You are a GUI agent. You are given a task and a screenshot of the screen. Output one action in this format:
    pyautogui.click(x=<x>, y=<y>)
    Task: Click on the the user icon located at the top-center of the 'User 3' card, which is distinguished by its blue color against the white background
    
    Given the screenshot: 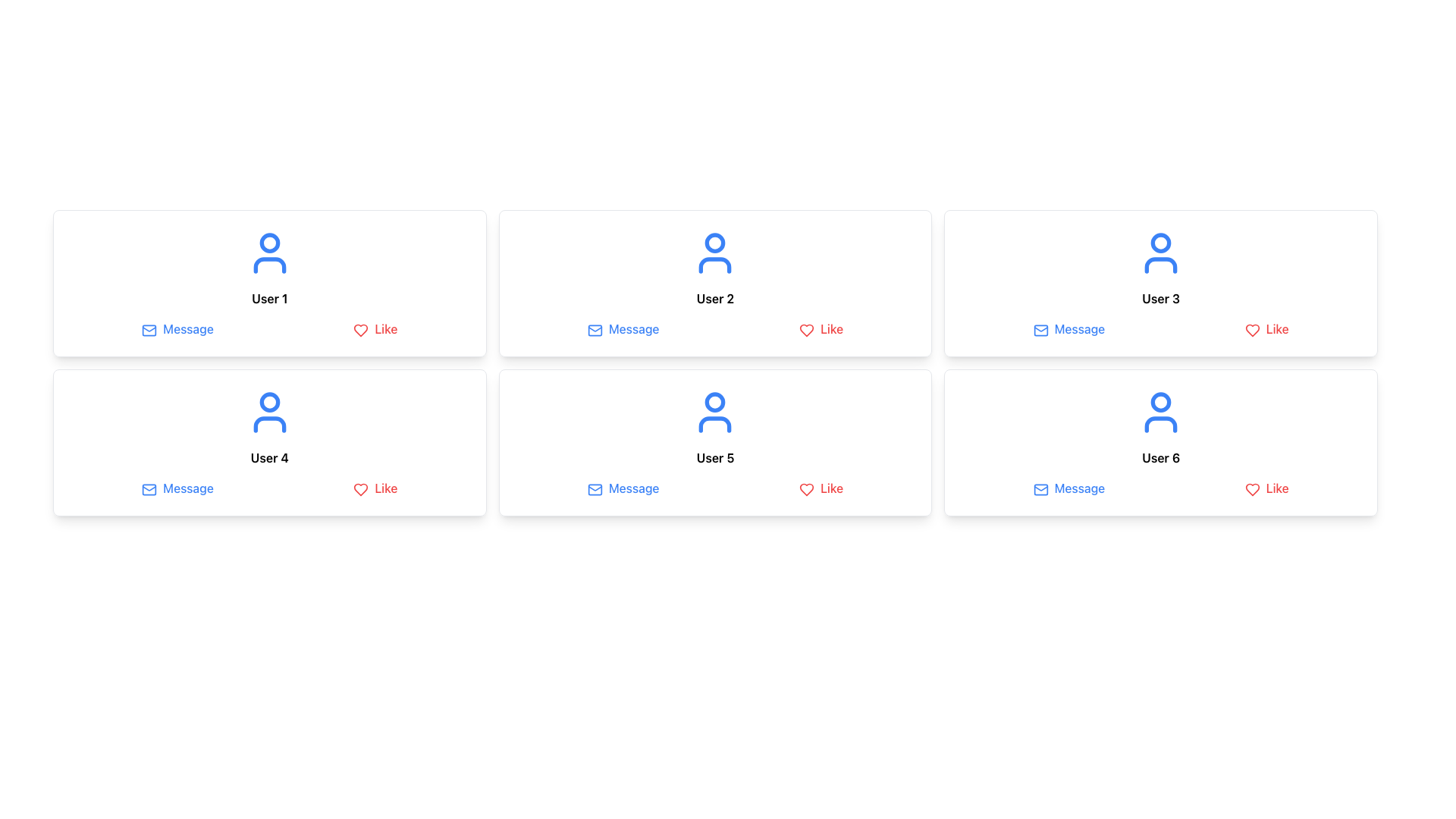 What is the action you would take?
    pyautogui.click(x=1160, y=253)
    